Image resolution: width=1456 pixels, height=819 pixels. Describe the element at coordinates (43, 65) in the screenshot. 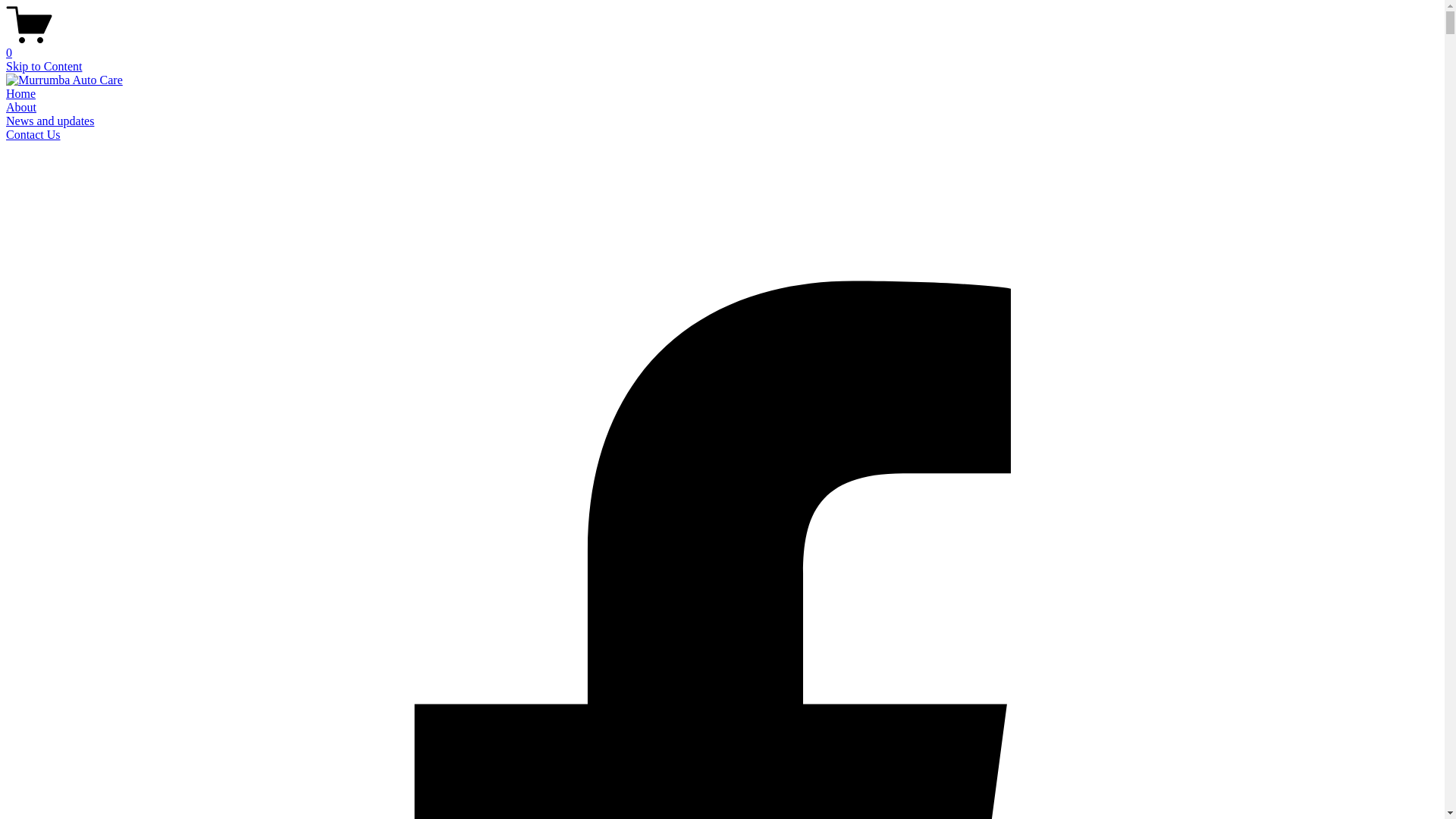

I see `'Skip to Content'` at that location.